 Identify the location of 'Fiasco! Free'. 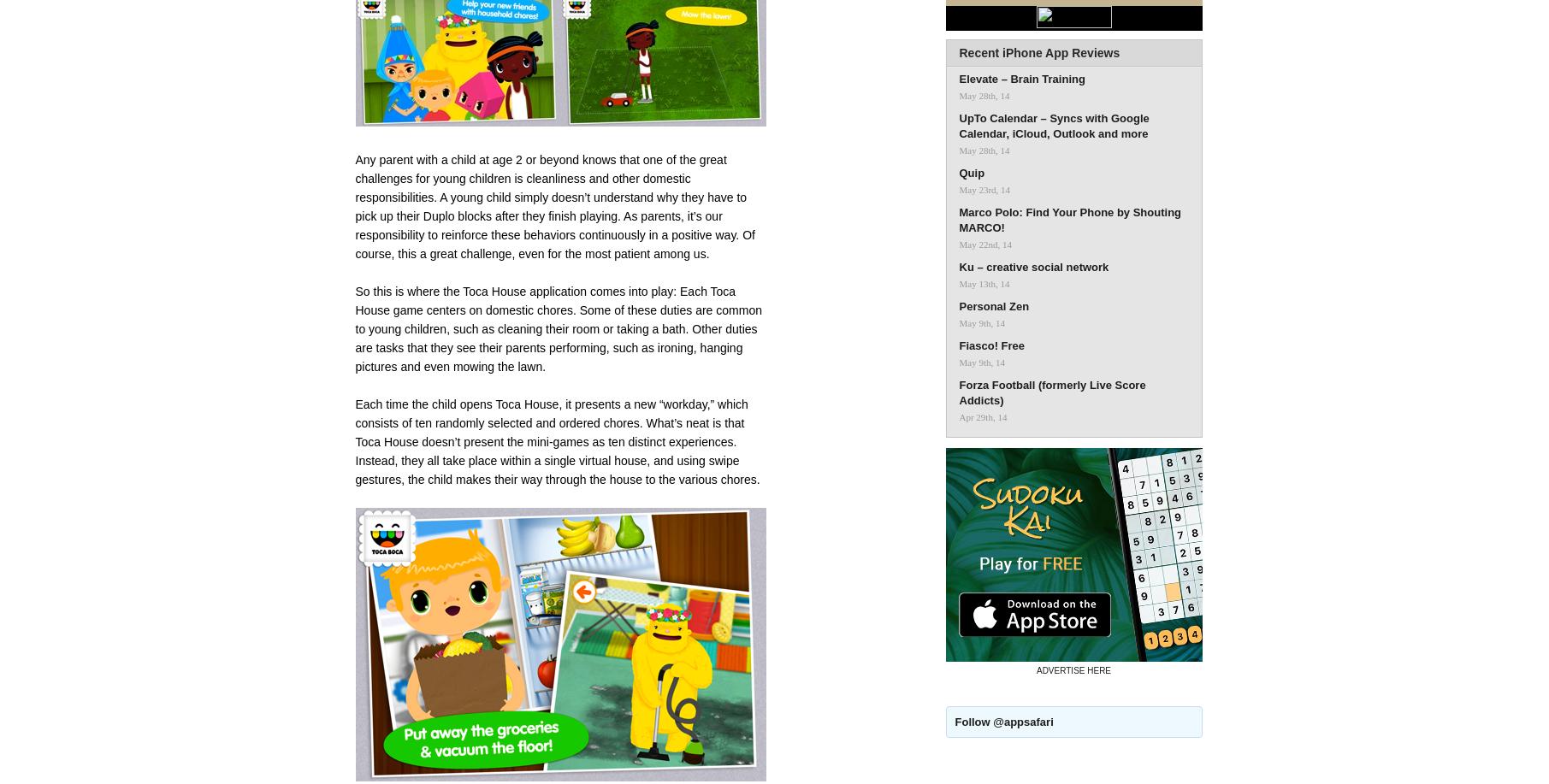
(990, 345).